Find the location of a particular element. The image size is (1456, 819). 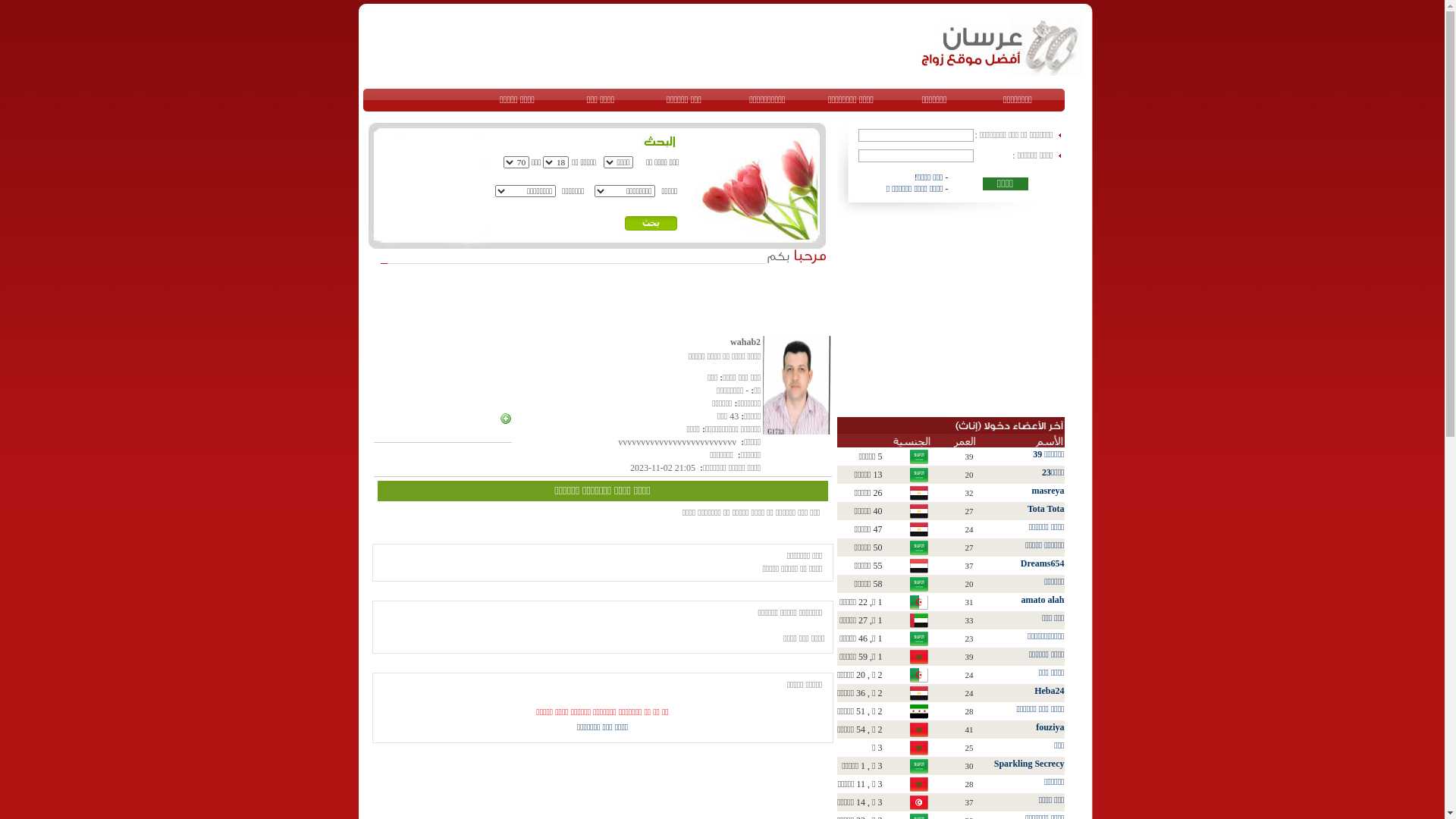

'Tota Tota' is located at coordinates (1045, 509).